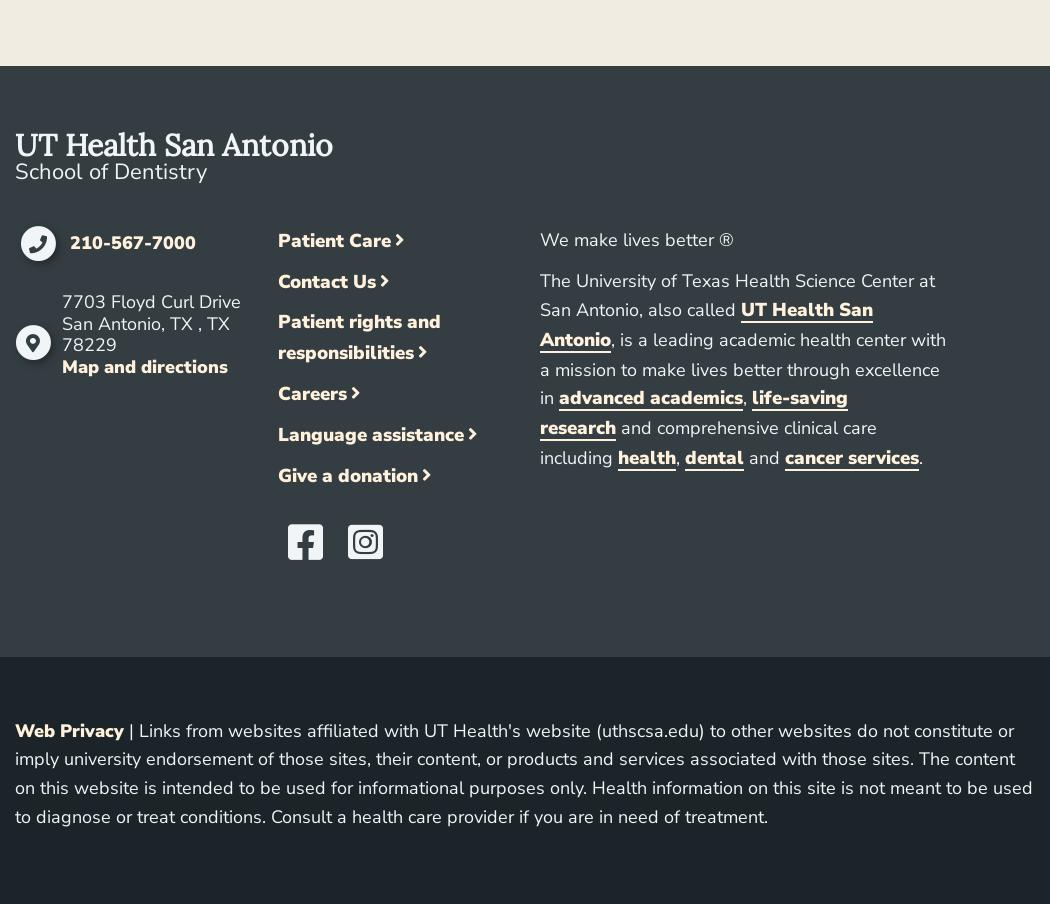 The height and width of the screenshot is (904, 1050). What do you see at coordinates (150, 302) in the screenshot?
I see `'7703 Floyd Curl Drive'` at bounding box center [150, 302].